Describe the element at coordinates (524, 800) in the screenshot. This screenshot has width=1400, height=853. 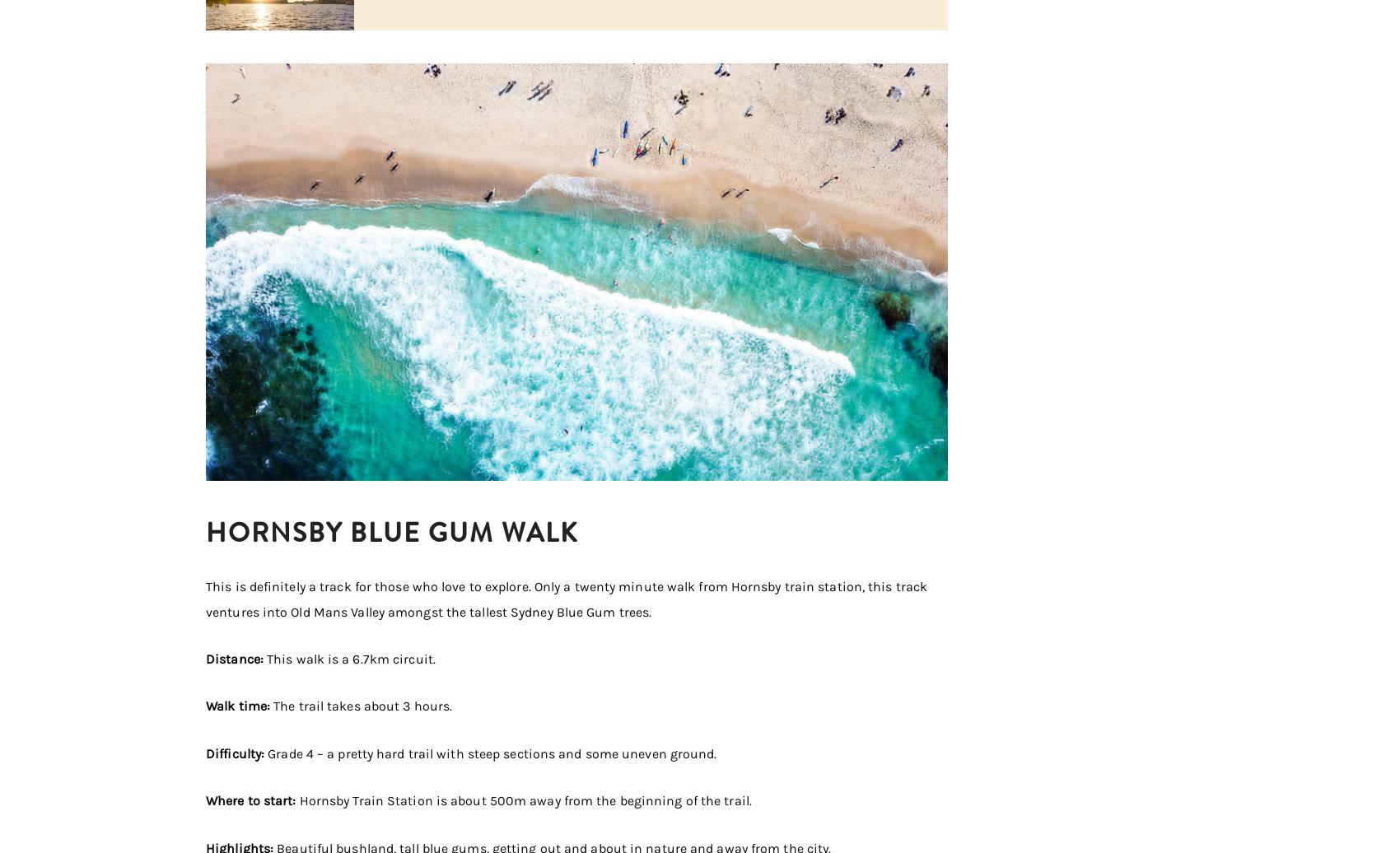
I see `'Hornsby Train Station is about 500m away from the beginning of the trail.'` at that location.